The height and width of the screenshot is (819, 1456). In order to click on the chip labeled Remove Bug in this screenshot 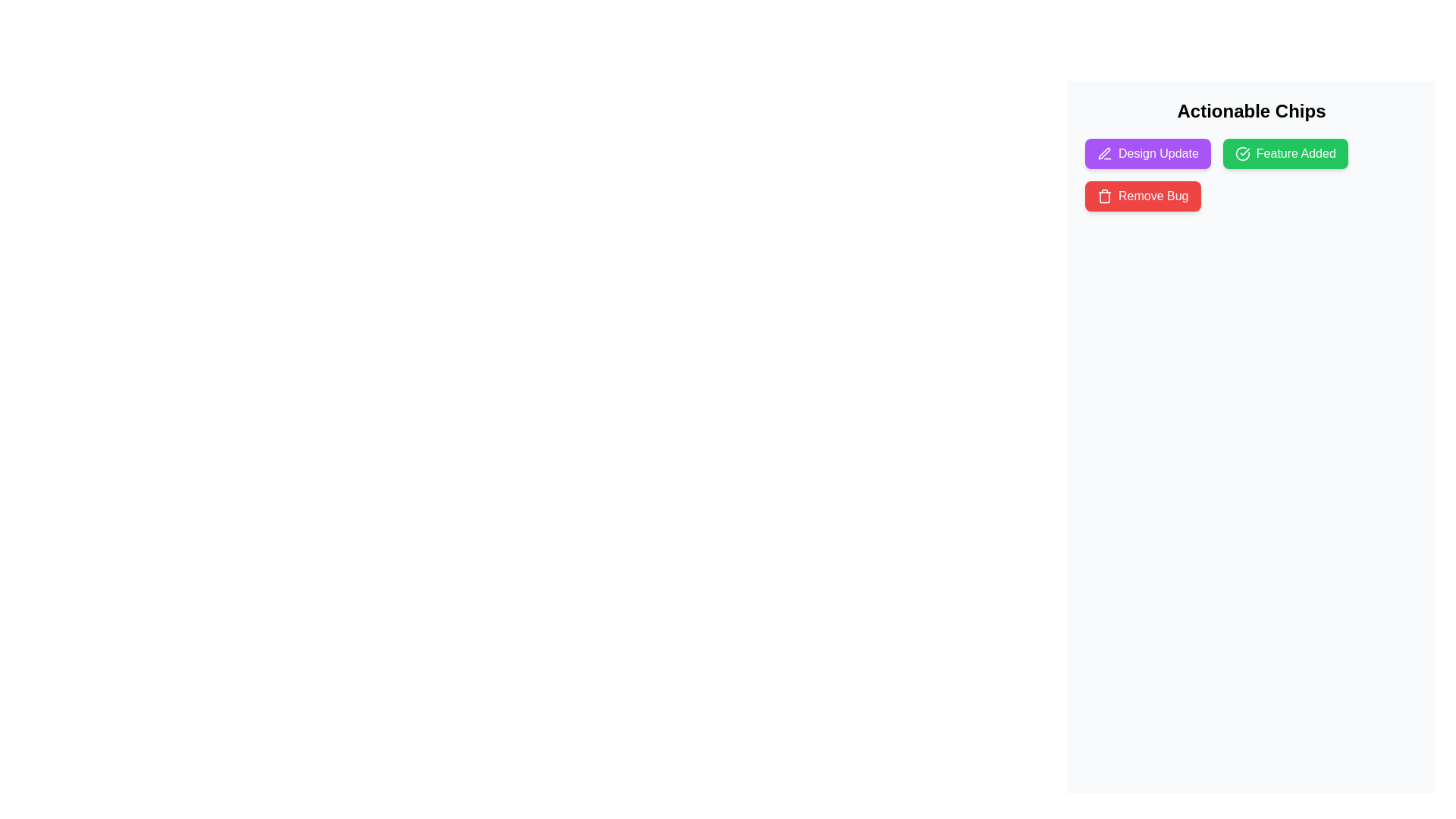, I will do `click(1143, 195)`.